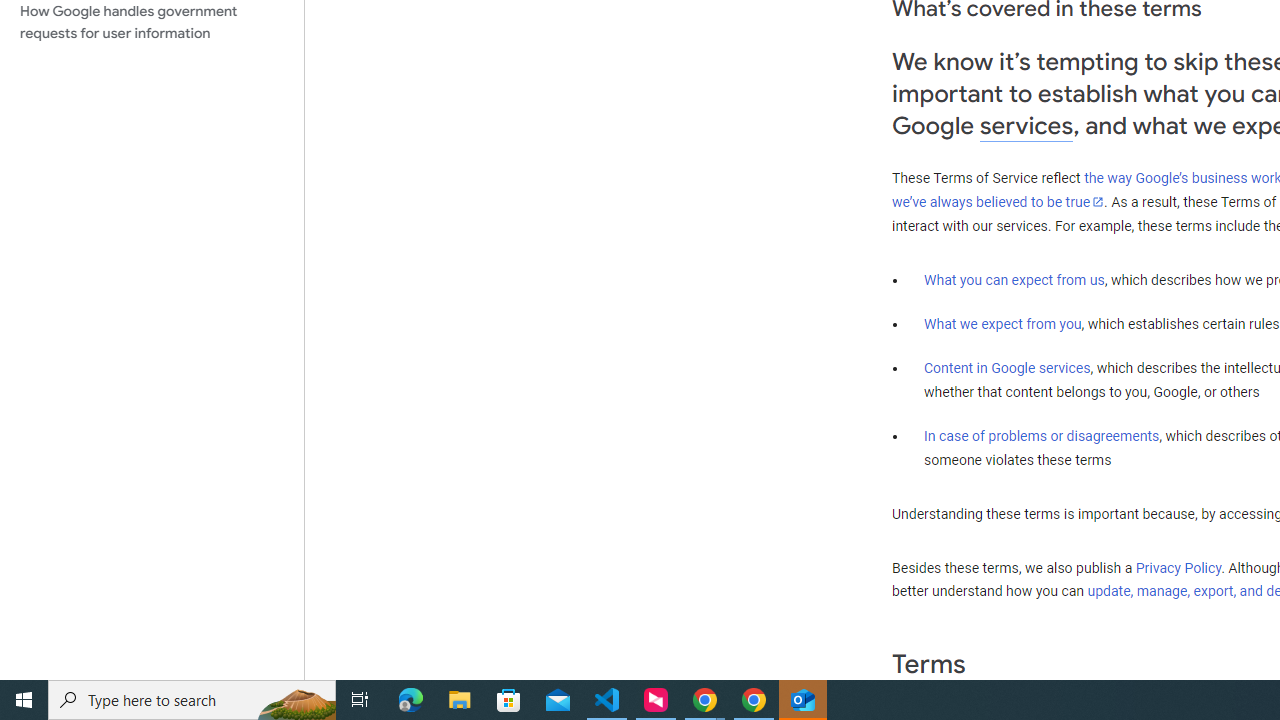  I want to click on 'In case of problems or disagreements', so click(1040, 434).